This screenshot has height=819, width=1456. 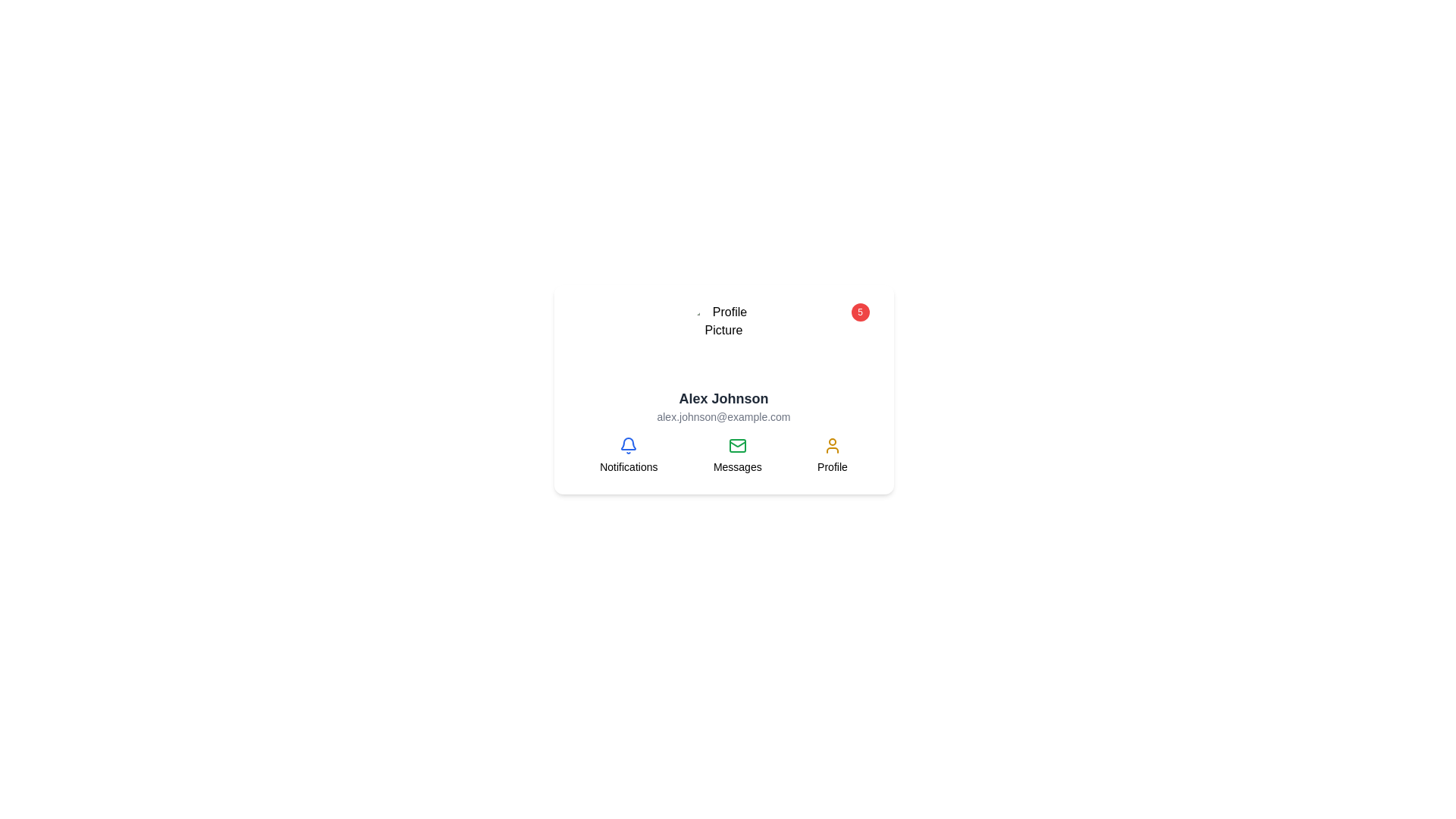 What do you see at coordinates (723, 455) in the screenshot?
I see `the 'Messages' icon located in the center of the navigation bar within the profile card` at bounding box center [723, 455].